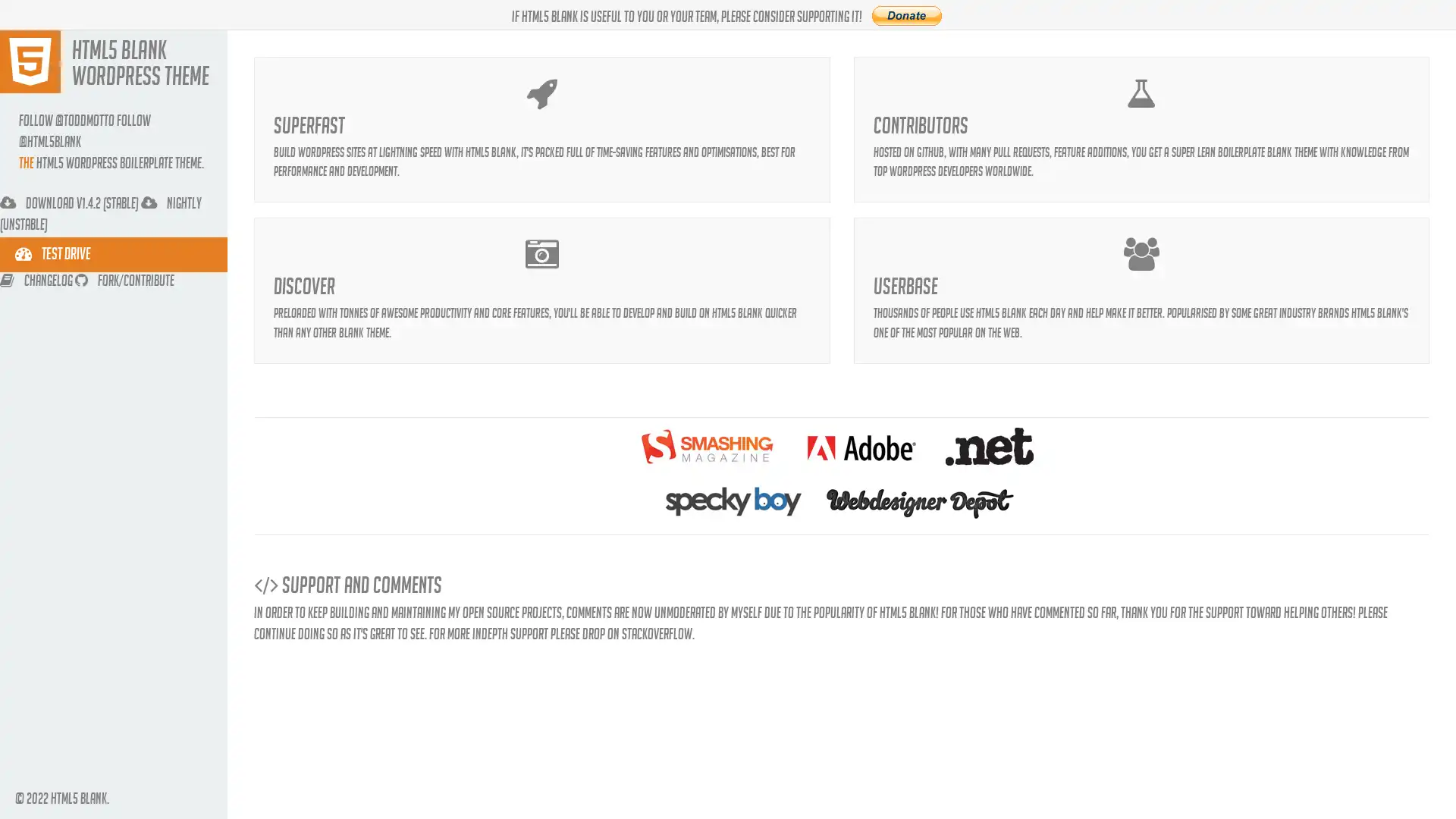  I want to click on PayPal  The safer, easier way to pay online., so click(906, 15).